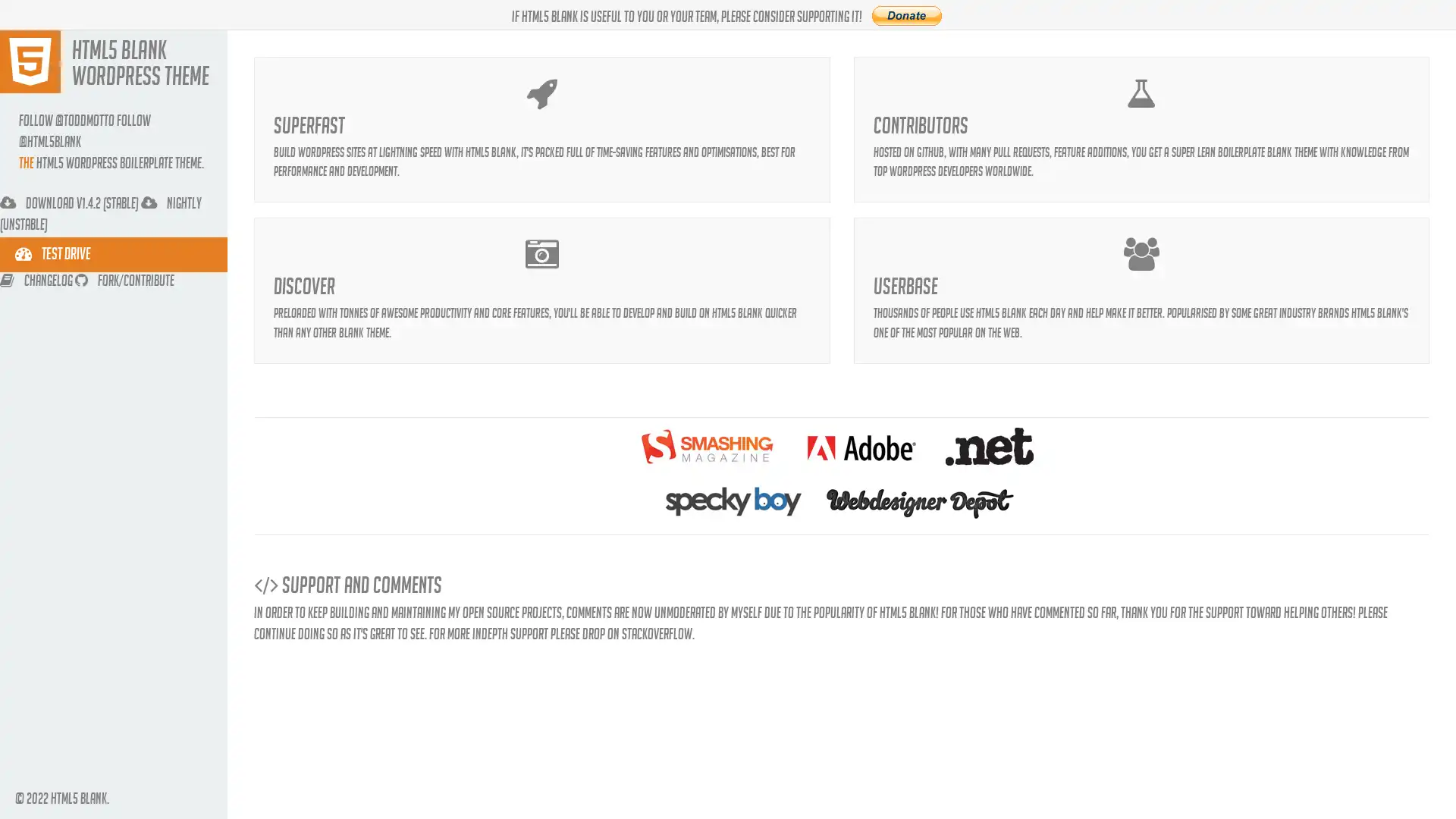  I want to click on PayPal  The safer, easier way to pay online., so click(906, 15).